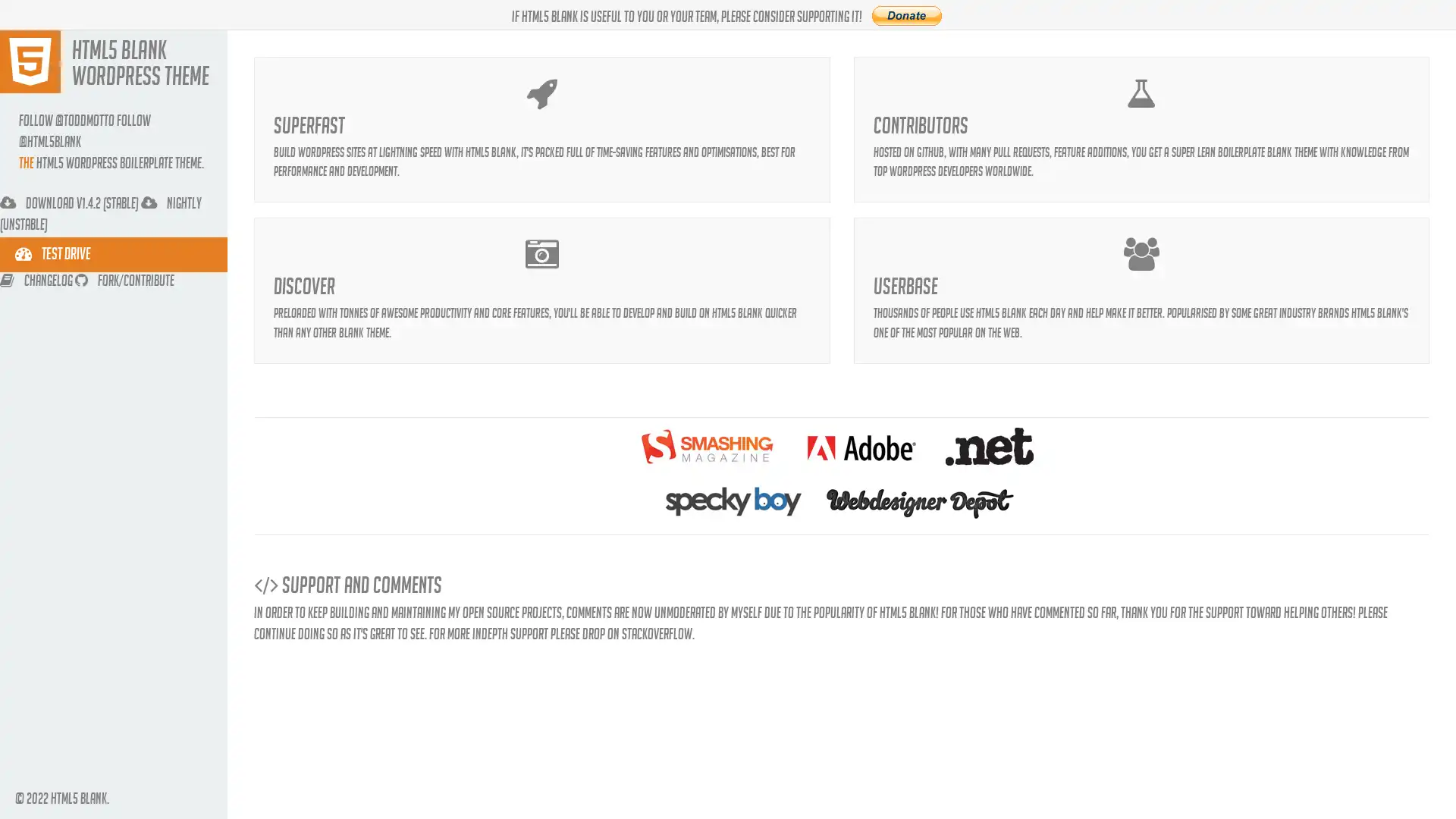  I want to click on PayPal  The safer, easier way to pay online., so click(906, 15).